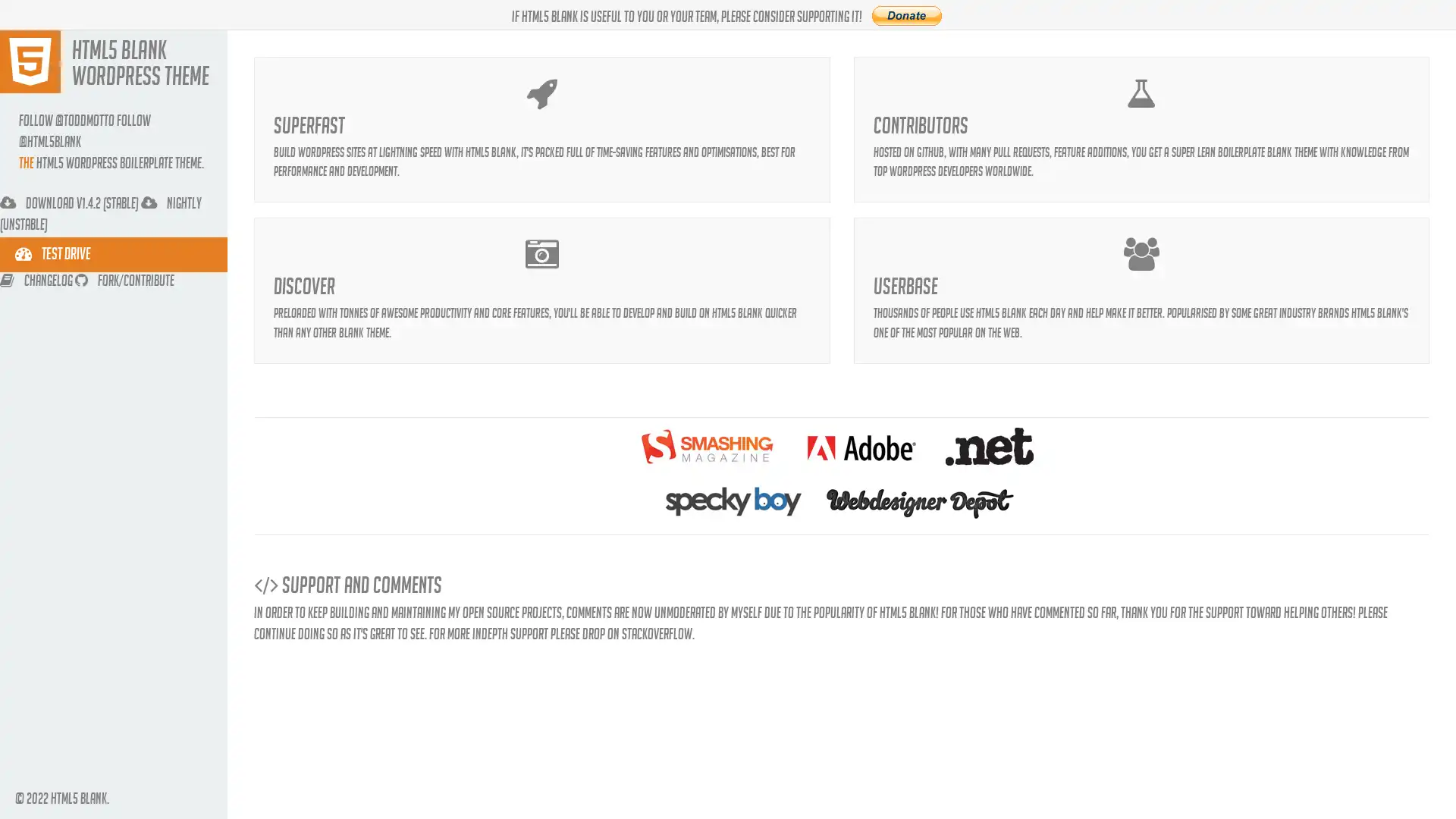  I want to click on PayPal  The safer, easier way to pay online., so click(906, 15).